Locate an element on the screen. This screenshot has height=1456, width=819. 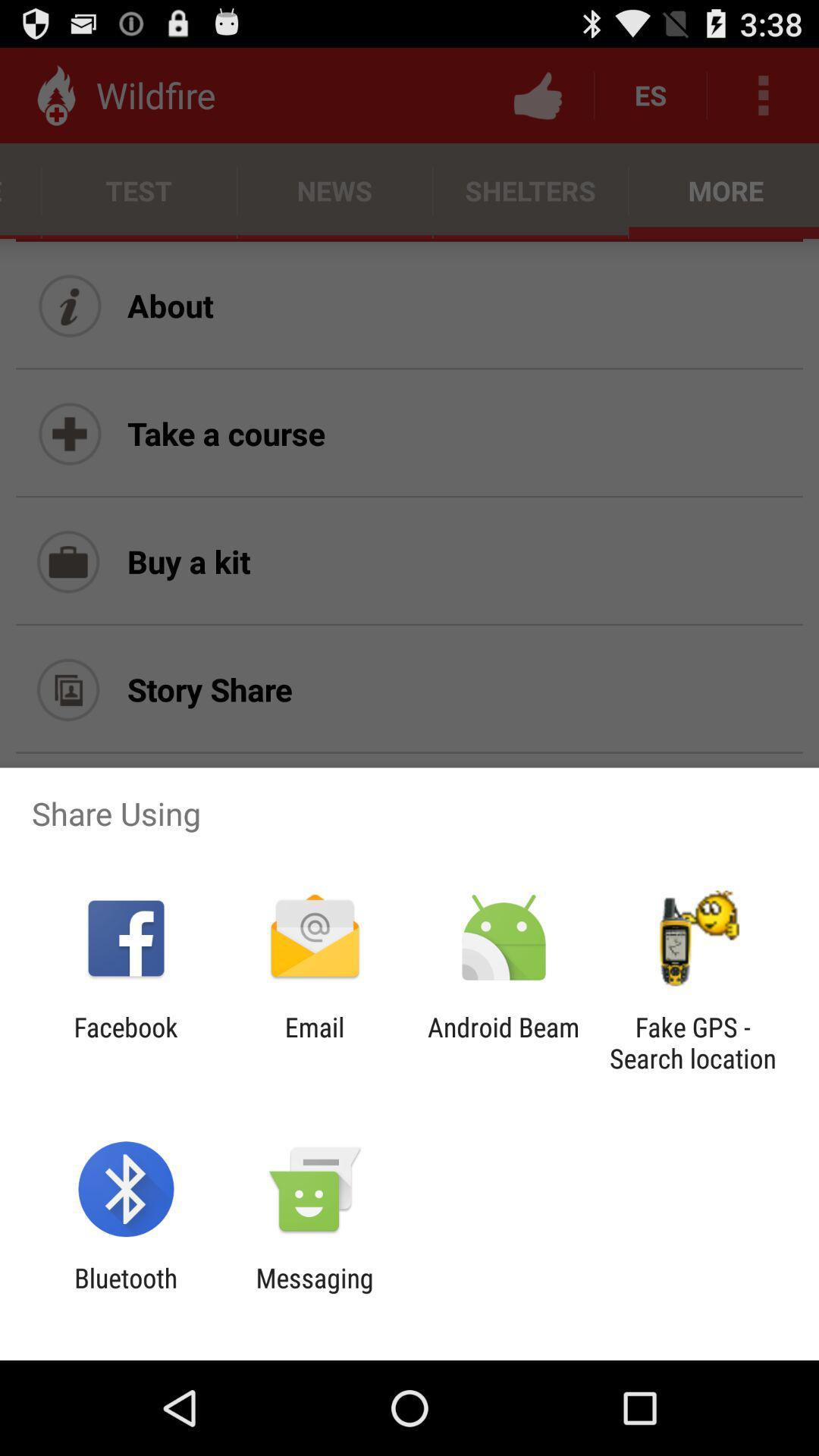
app to the right of the bluetooth icon is located at coordinates (314, 1293).